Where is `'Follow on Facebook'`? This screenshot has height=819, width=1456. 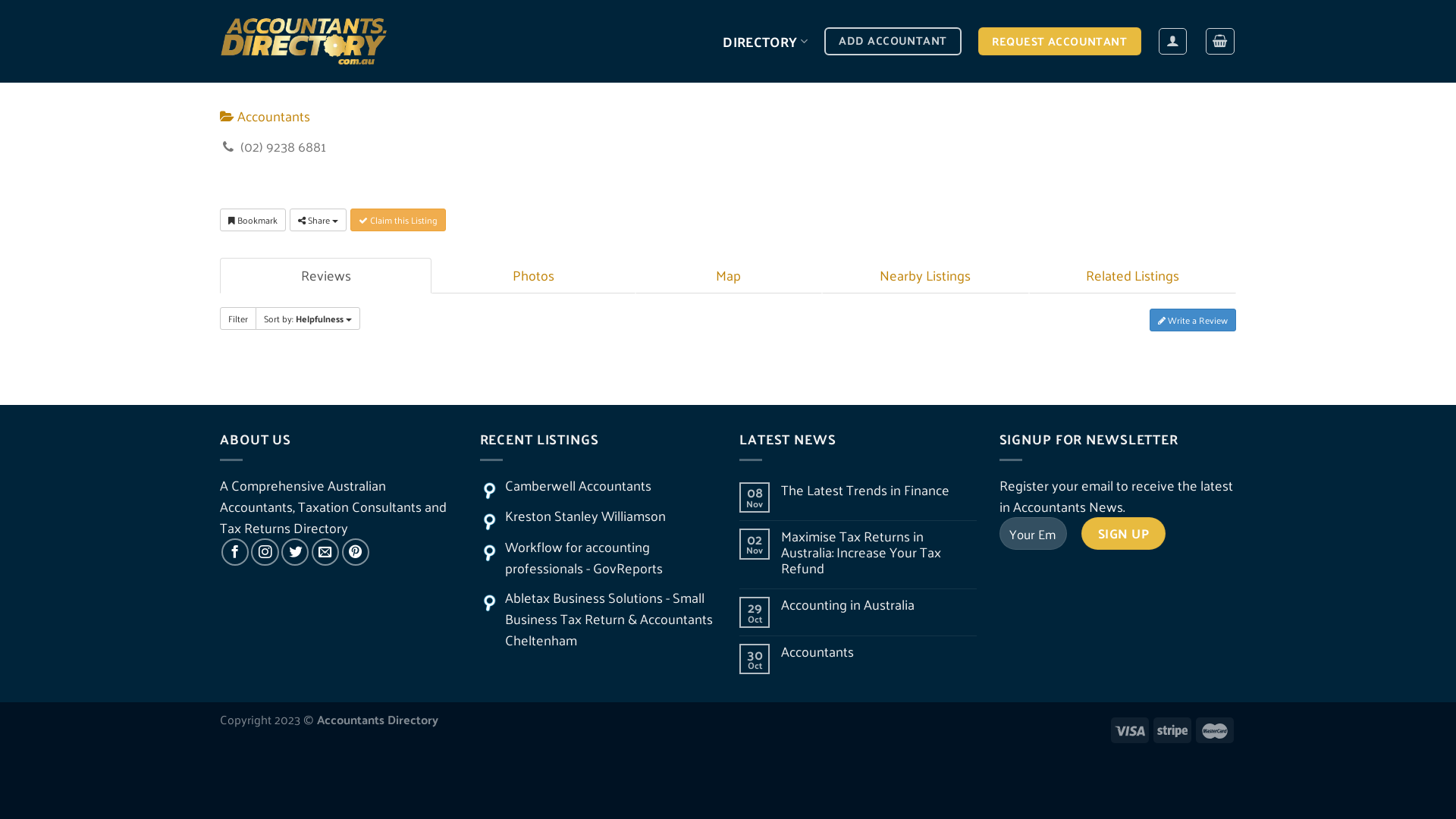
'Follow on Facebook' is located at coordinates (234, 552).